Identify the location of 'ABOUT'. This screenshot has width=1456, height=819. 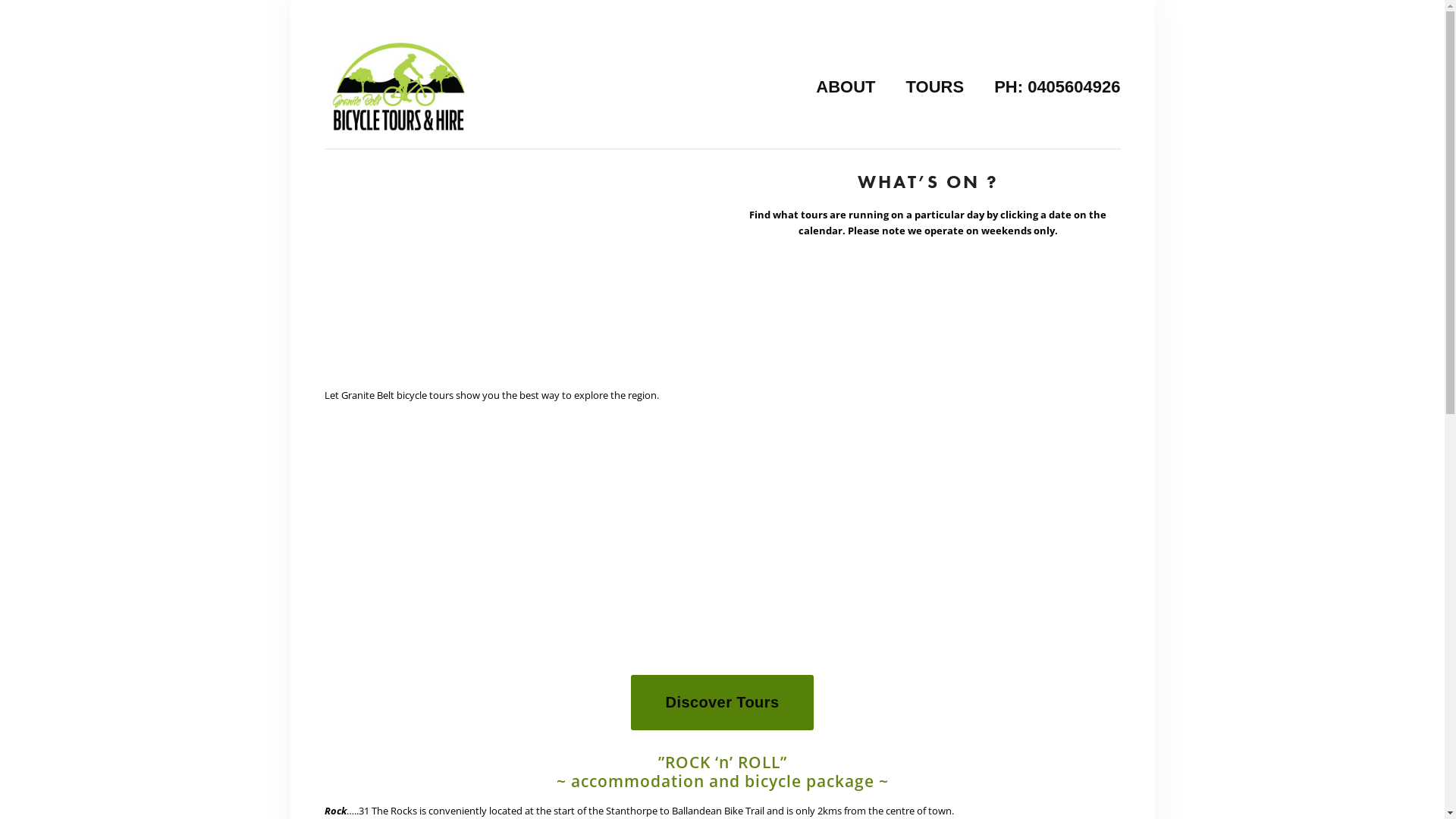
(844, 86).